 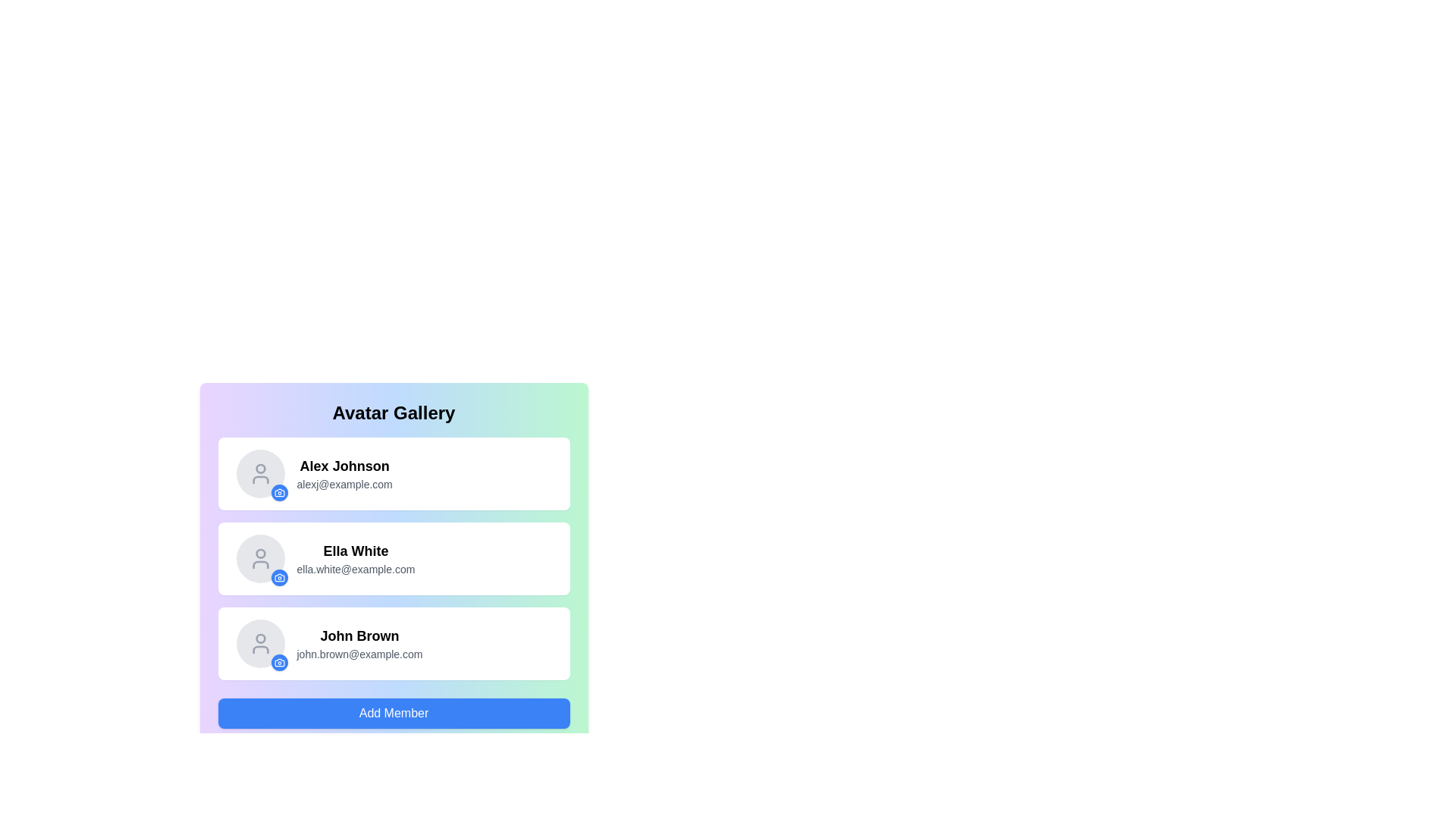 What do you see at coordinates (260, 639) in the screenshot?
I see `the circular icon in the user profile image of 'John Brown', located in the top-left section of the profile picture` at bounding box center [260, 639].